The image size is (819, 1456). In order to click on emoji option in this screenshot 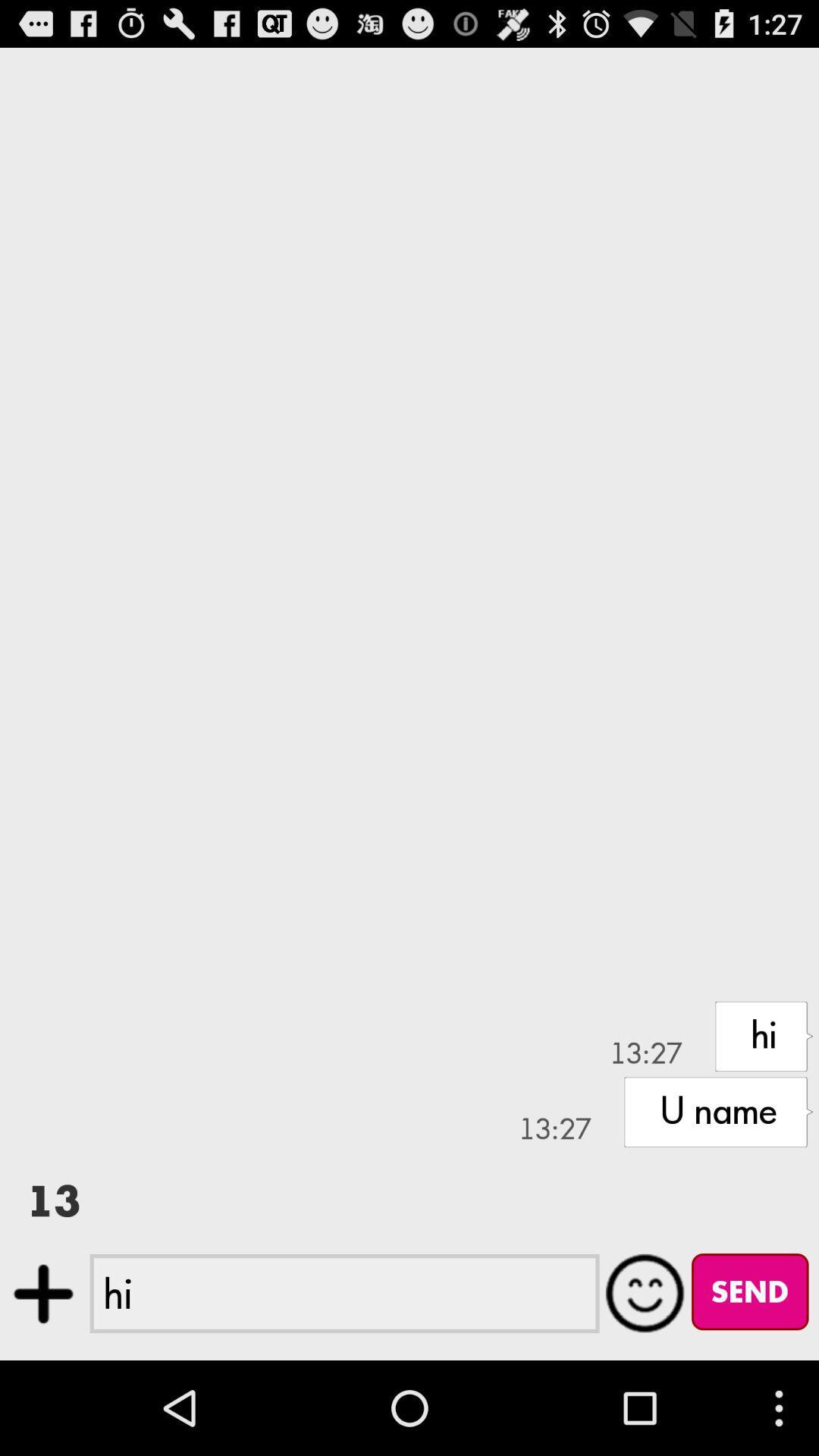, I will do `click(645, 1292)`.